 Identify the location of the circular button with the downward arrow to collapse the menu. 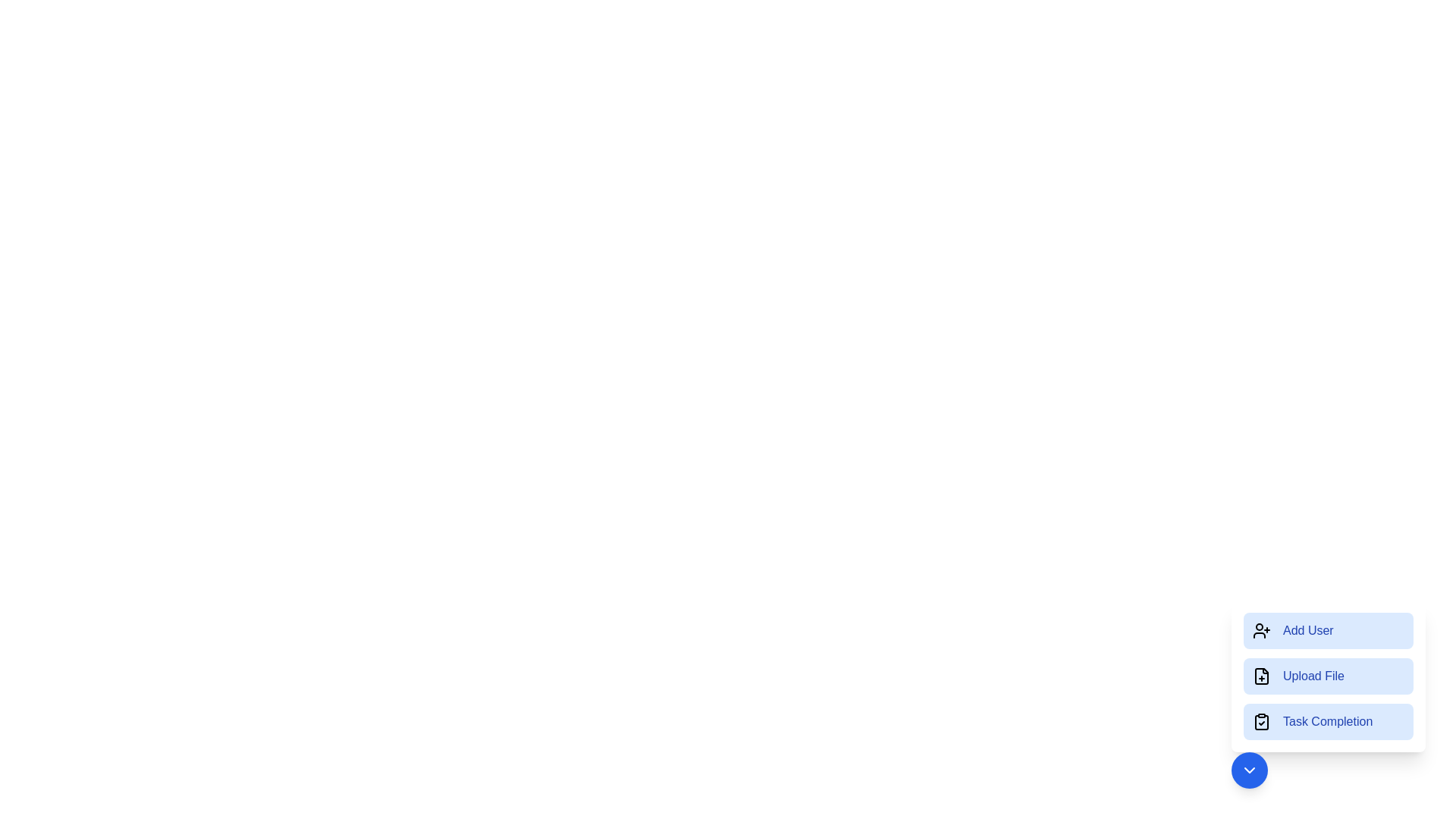
(1249, 770).